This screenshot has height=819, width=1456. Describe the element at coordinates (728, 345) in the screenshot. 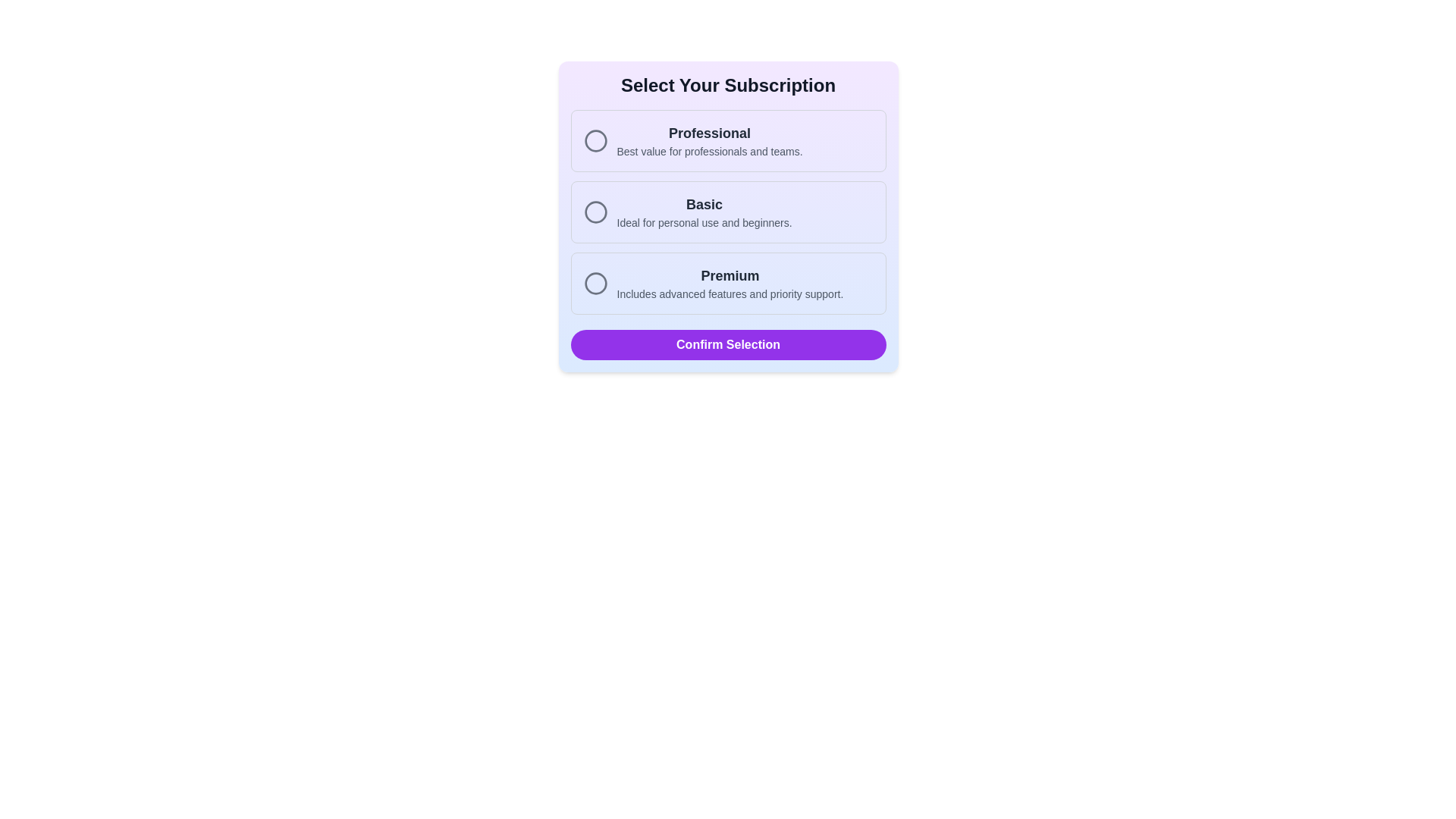

I see `the confirmation button located at the bottom of the subscription options card to confirm the user's subscription selection` at that location.